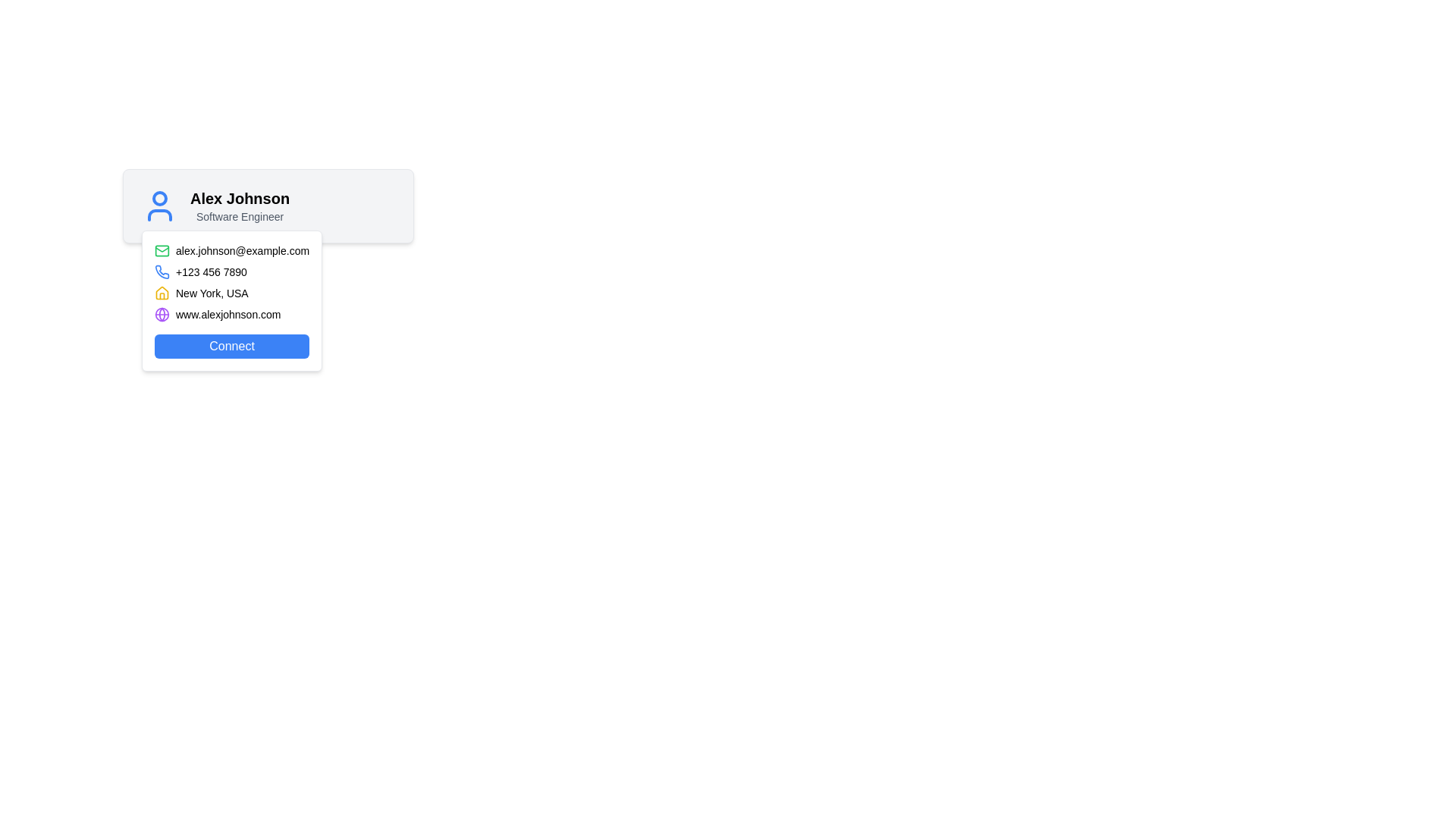  I want to click on the user profile icon located to the left of the text 'Alex Johnson' and 'Software Engineer', so click(160, 206).